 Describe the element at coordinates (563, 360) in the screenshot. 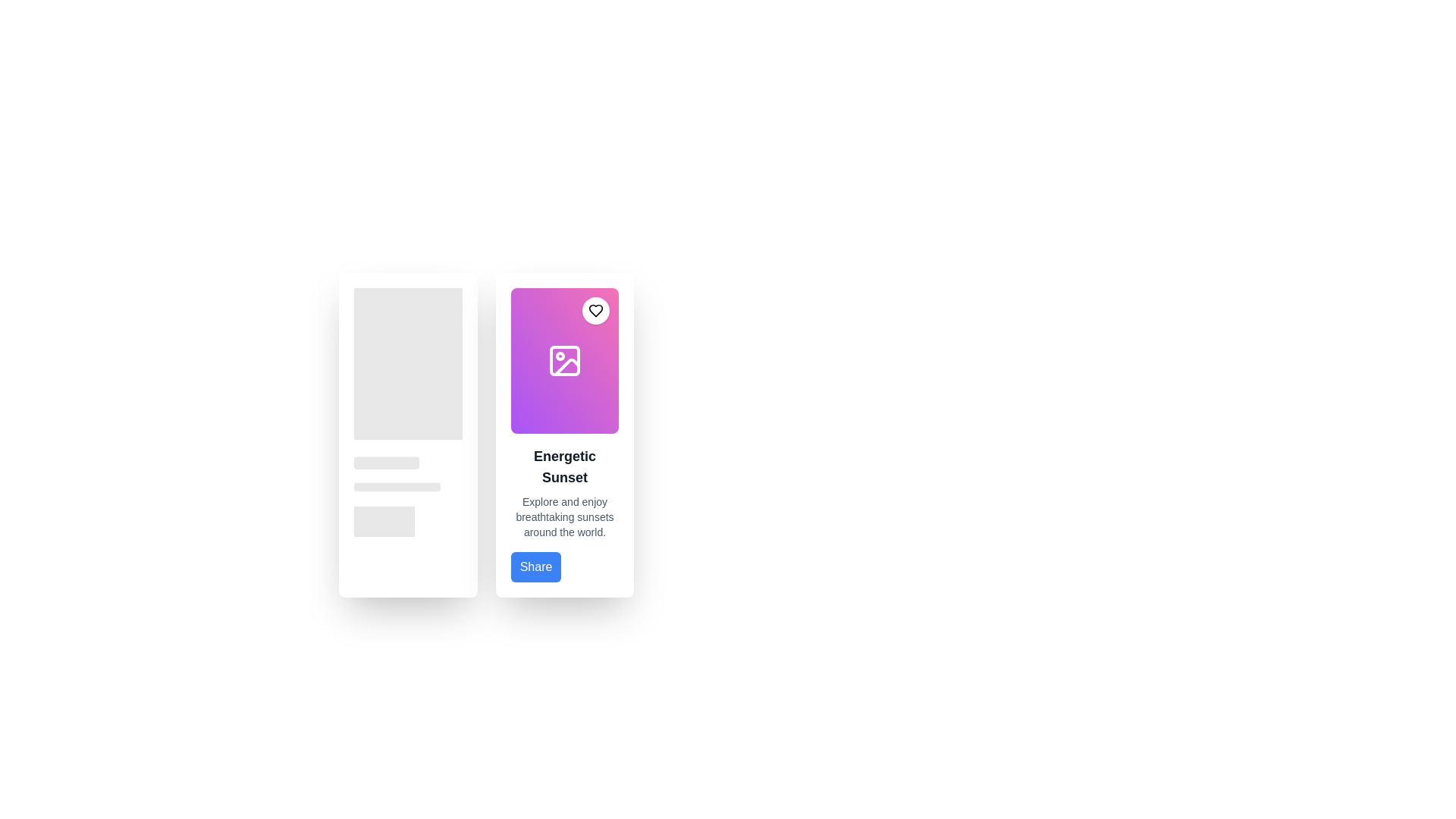

I see `the rectangular icon with rounded corners located within a card-like structure on the right side of the interface` at that location.